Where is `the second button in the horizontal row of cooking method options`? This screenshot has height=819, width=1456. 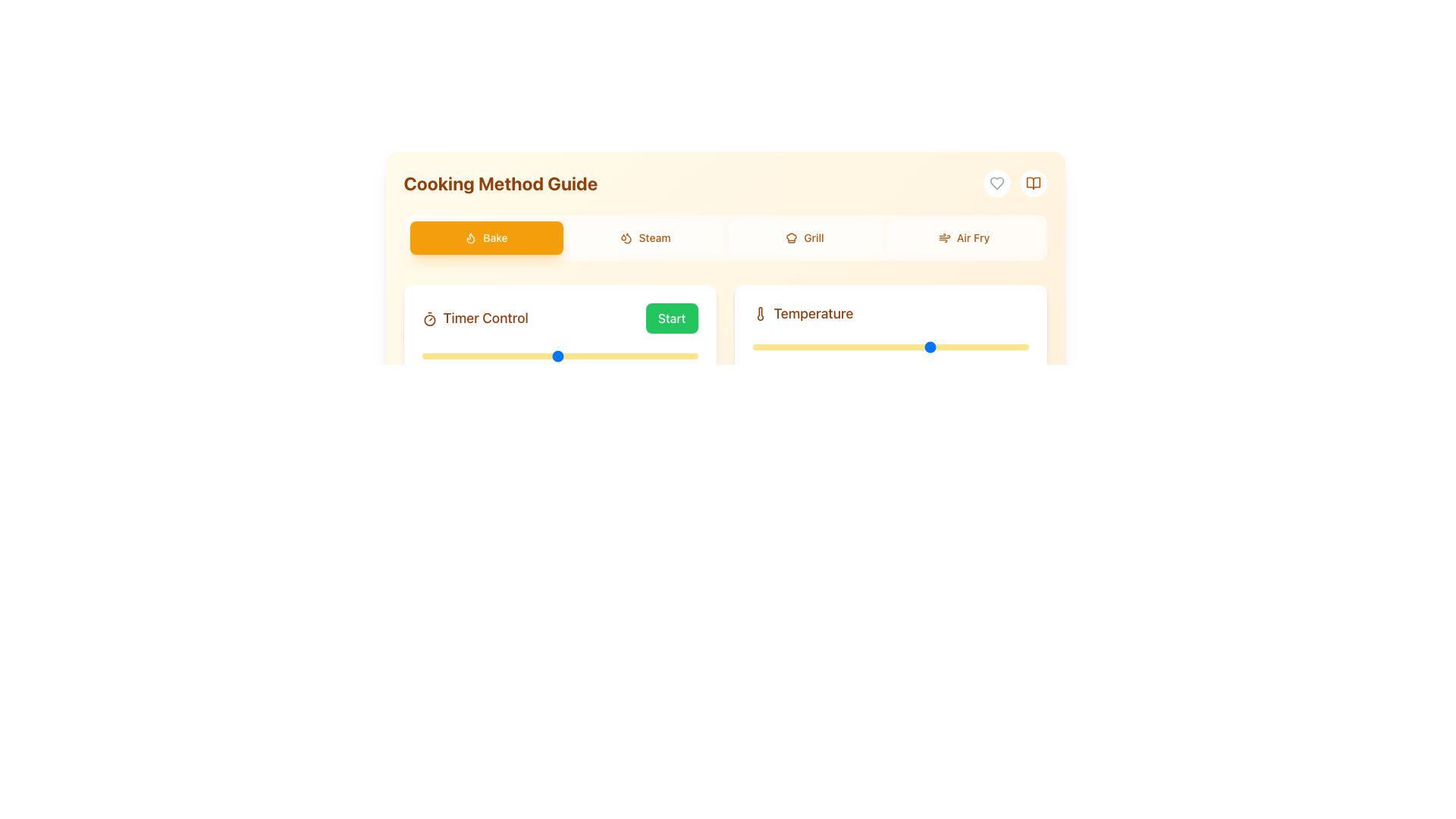
the second button in the horizontal row of cooking method options is located at coordinates (645, 237).